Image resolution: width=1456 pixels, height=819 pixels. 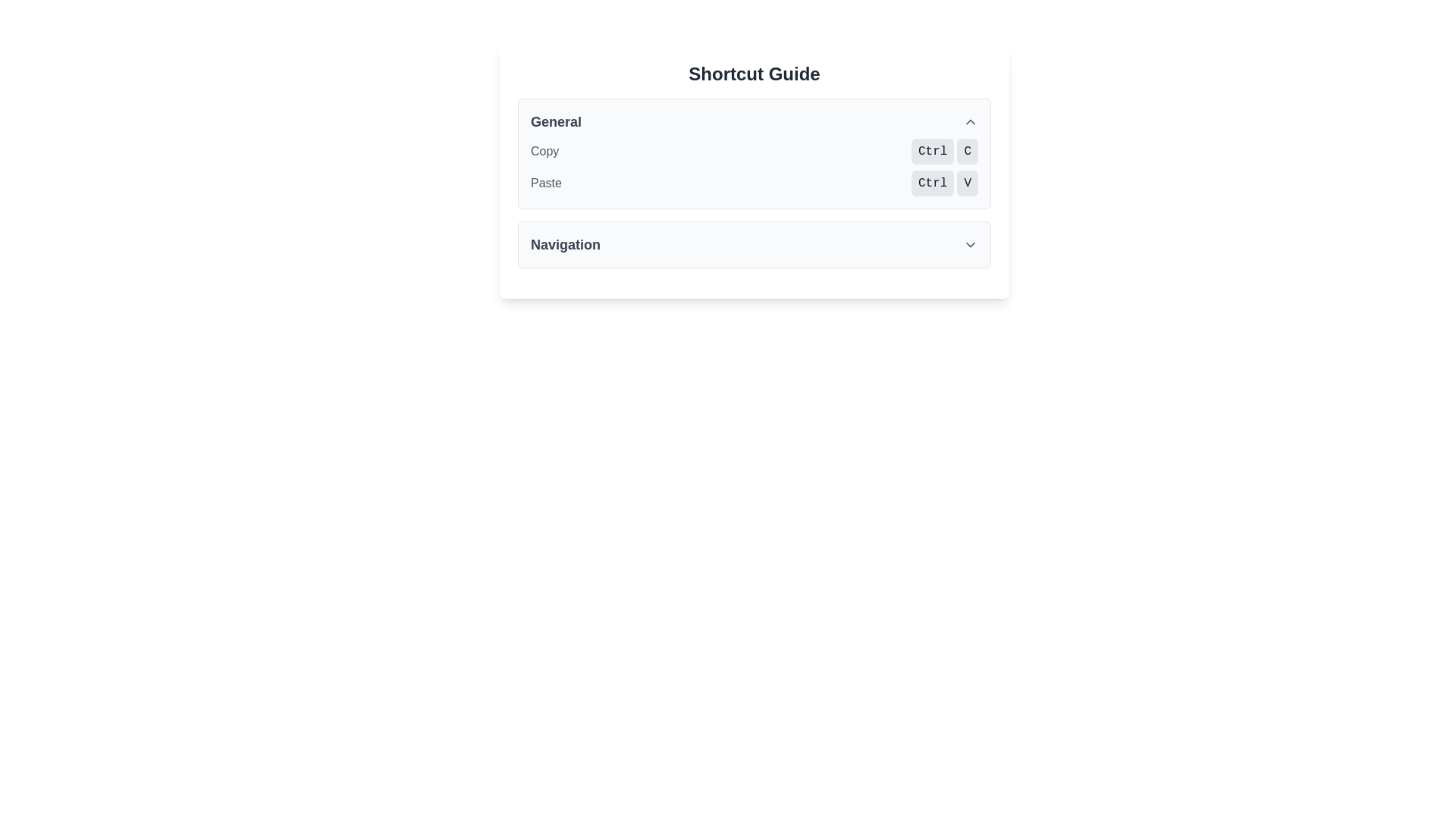 I want to click on the 'Navigation' text label, so click(x=564, y=244).